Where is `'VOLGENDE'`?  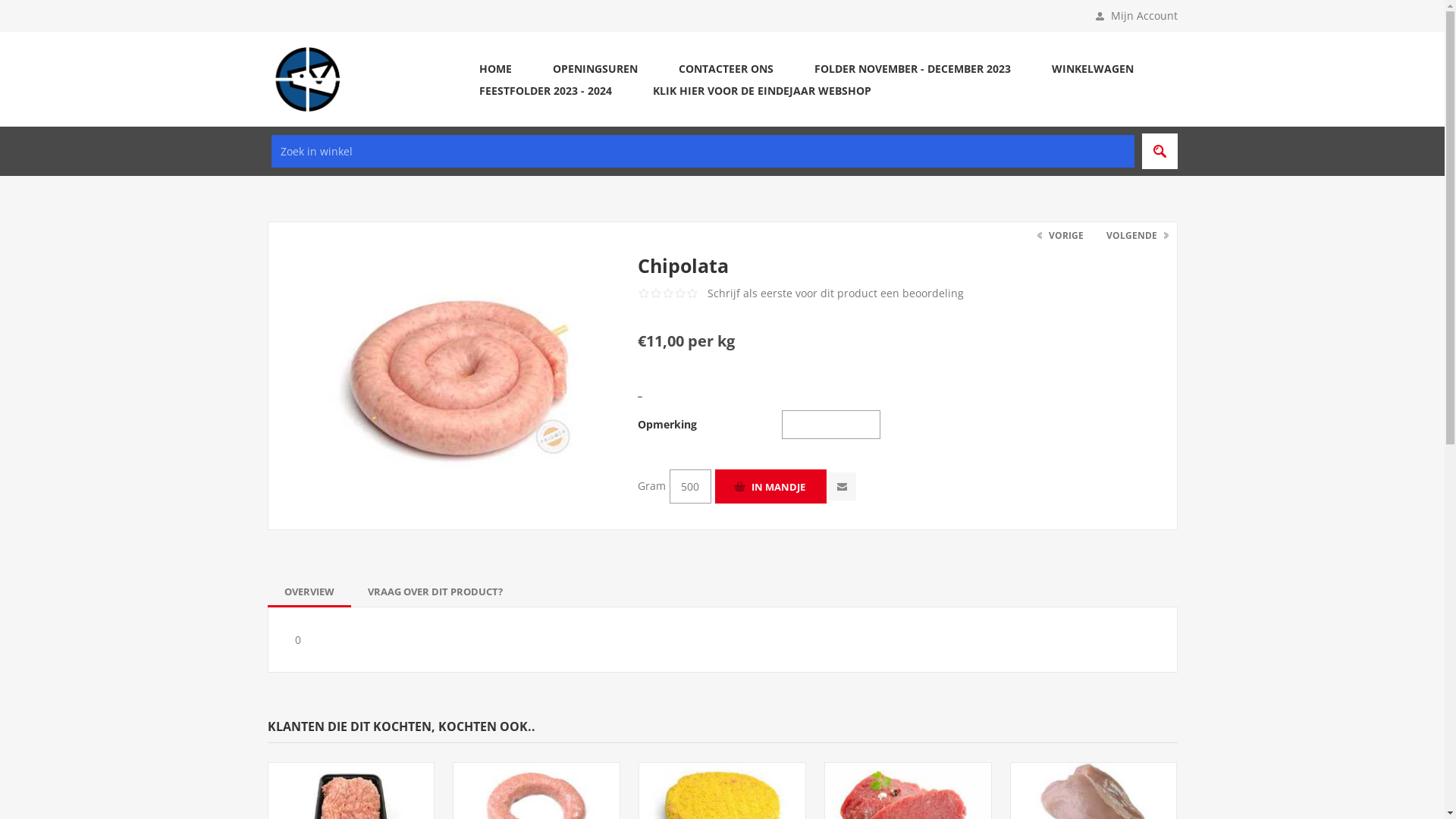 'VOLGENDE' is located at coordinates (1136, 235).